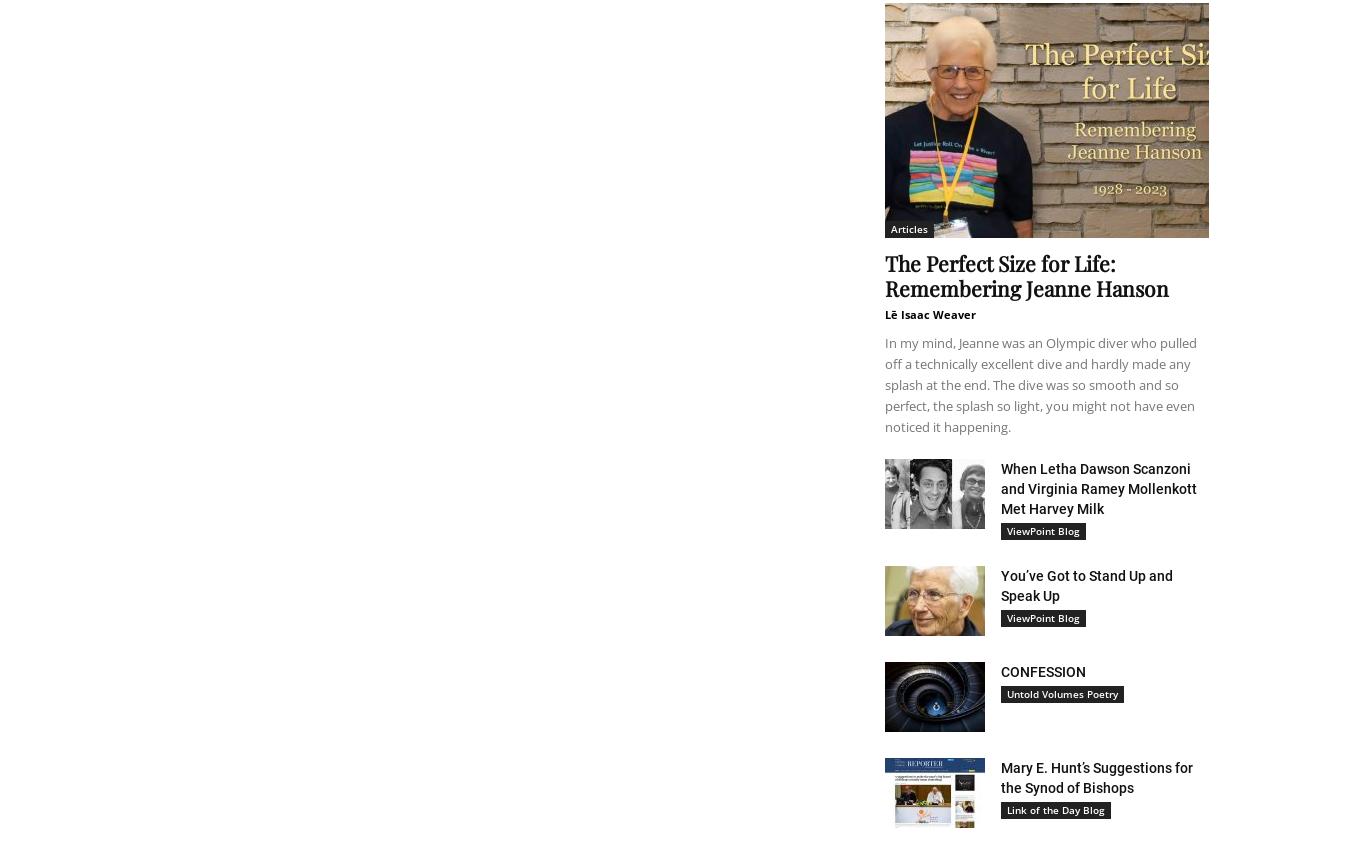  Describe the element at coordinates (1062, 693) in the screenshot. I see `'Untold Volumes Poetry'` at that location.